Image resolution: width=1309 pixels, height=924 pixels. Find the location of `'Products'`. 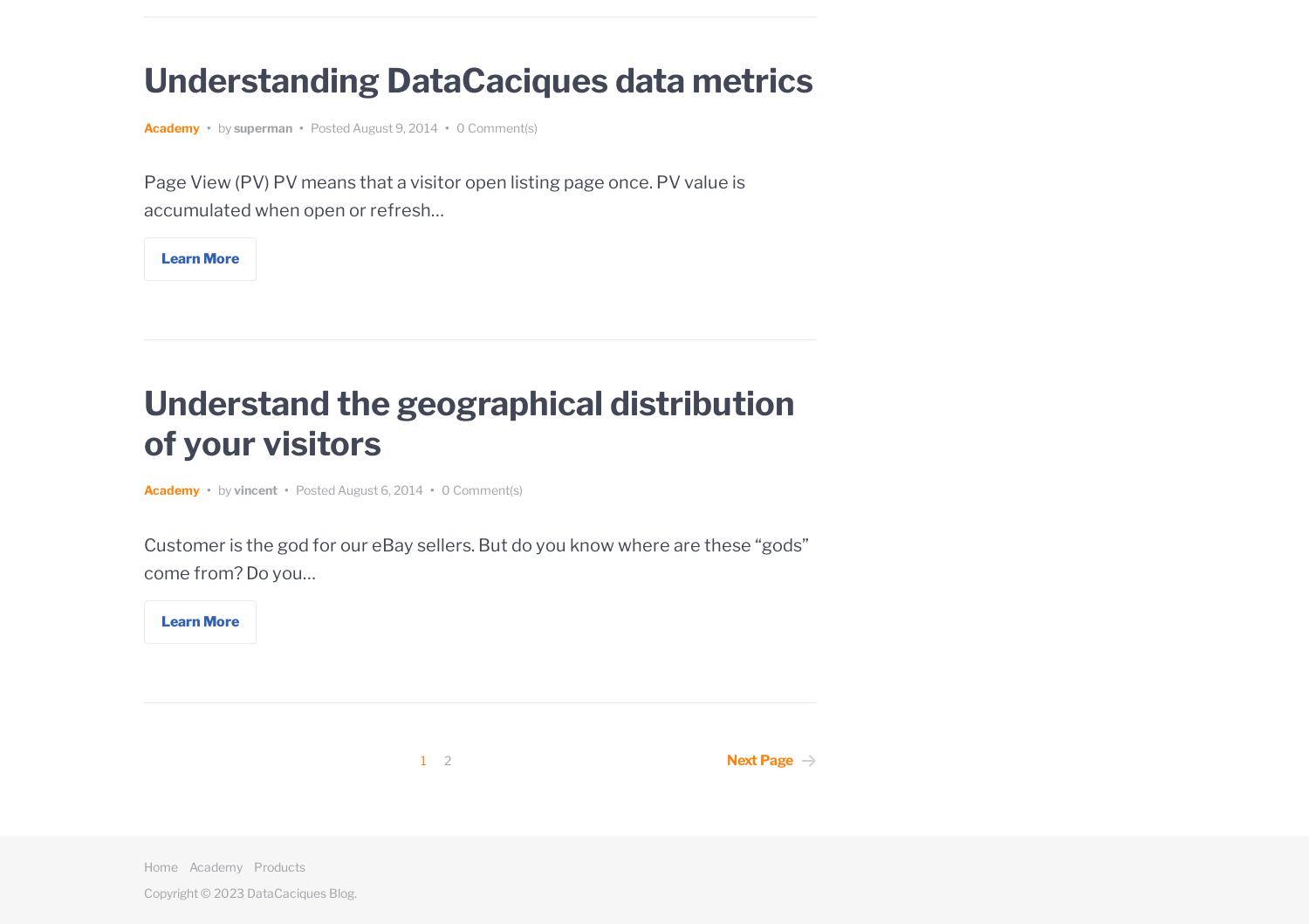

'Products' is located at coordinates (278, 866).